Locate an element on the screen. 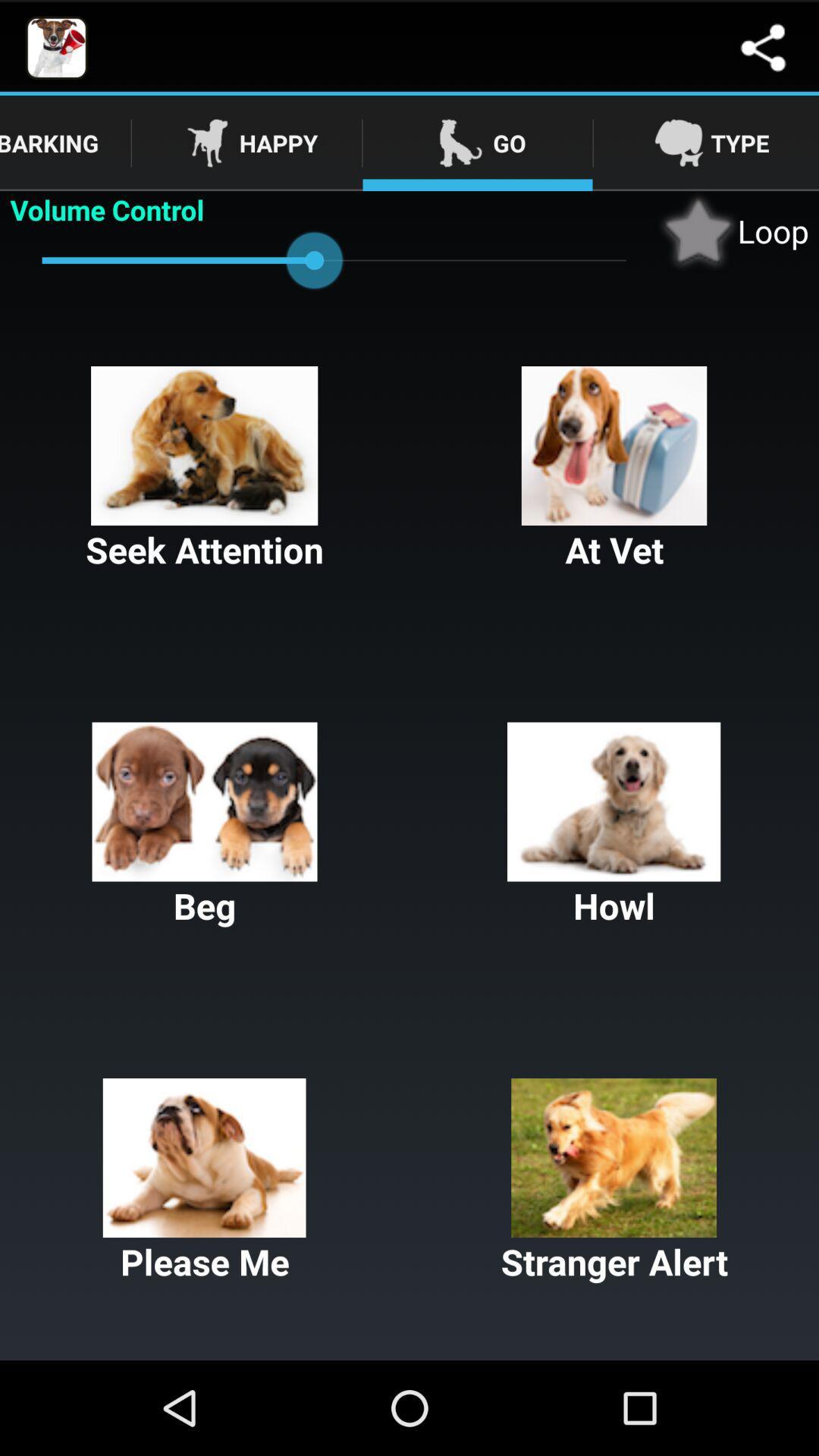  the item above beg is located at coordinates (205, 469).